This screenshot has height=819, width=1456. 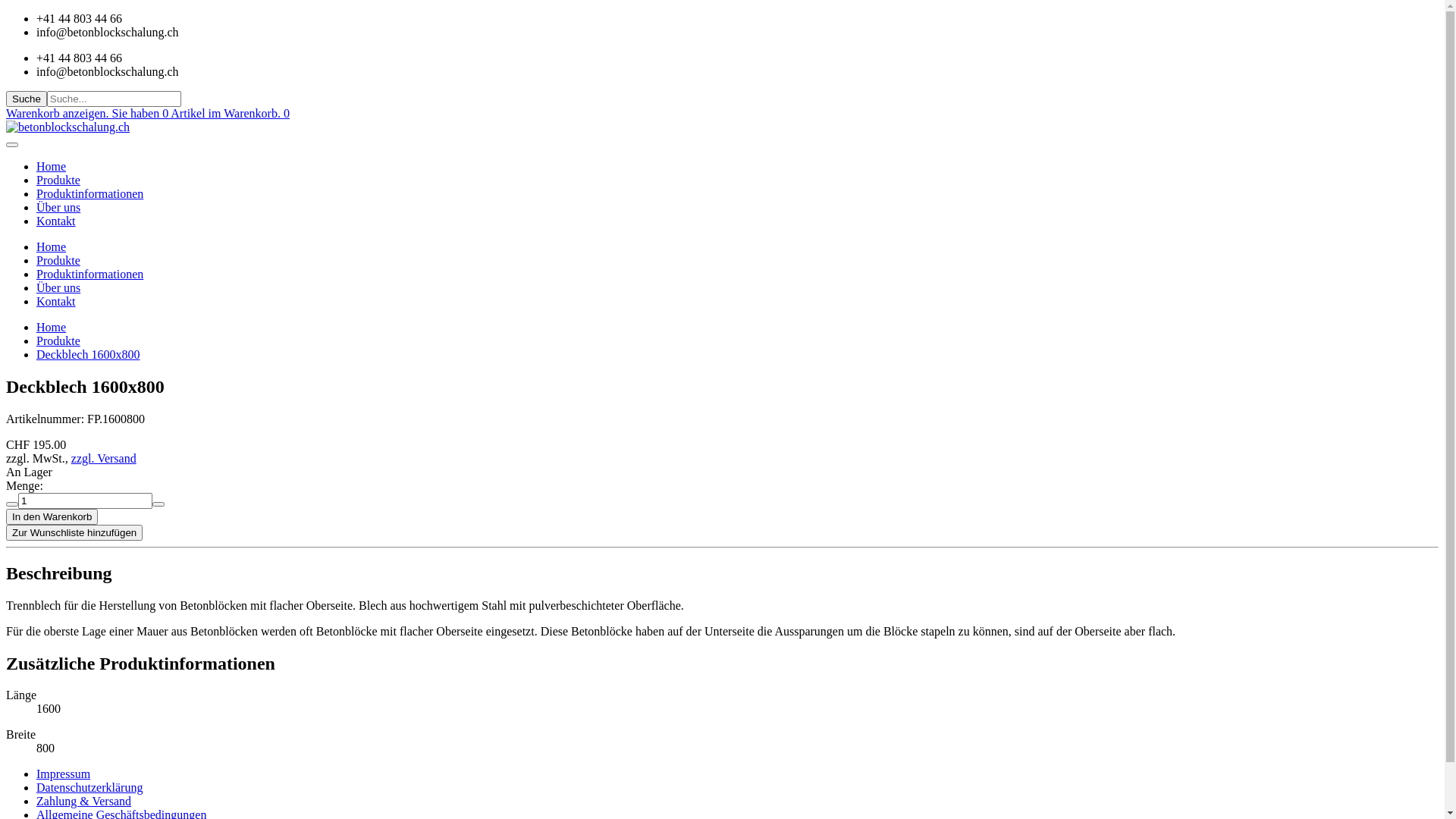 What do you see at coordinates (55, 301) in the screenshot?
I see `'Kontakt'` at bounding box center [55, 301].